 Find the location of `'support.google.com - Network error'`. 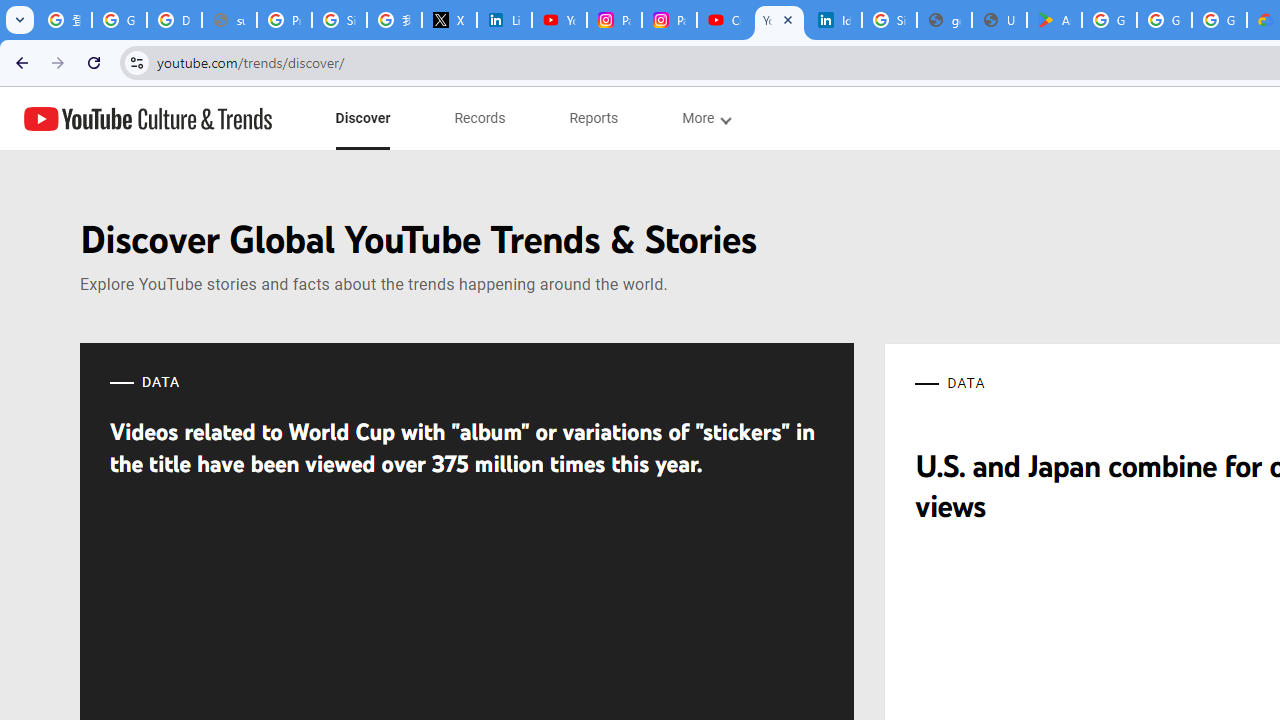

'support.google.com - Network error' is located at coordinates (229, 20).